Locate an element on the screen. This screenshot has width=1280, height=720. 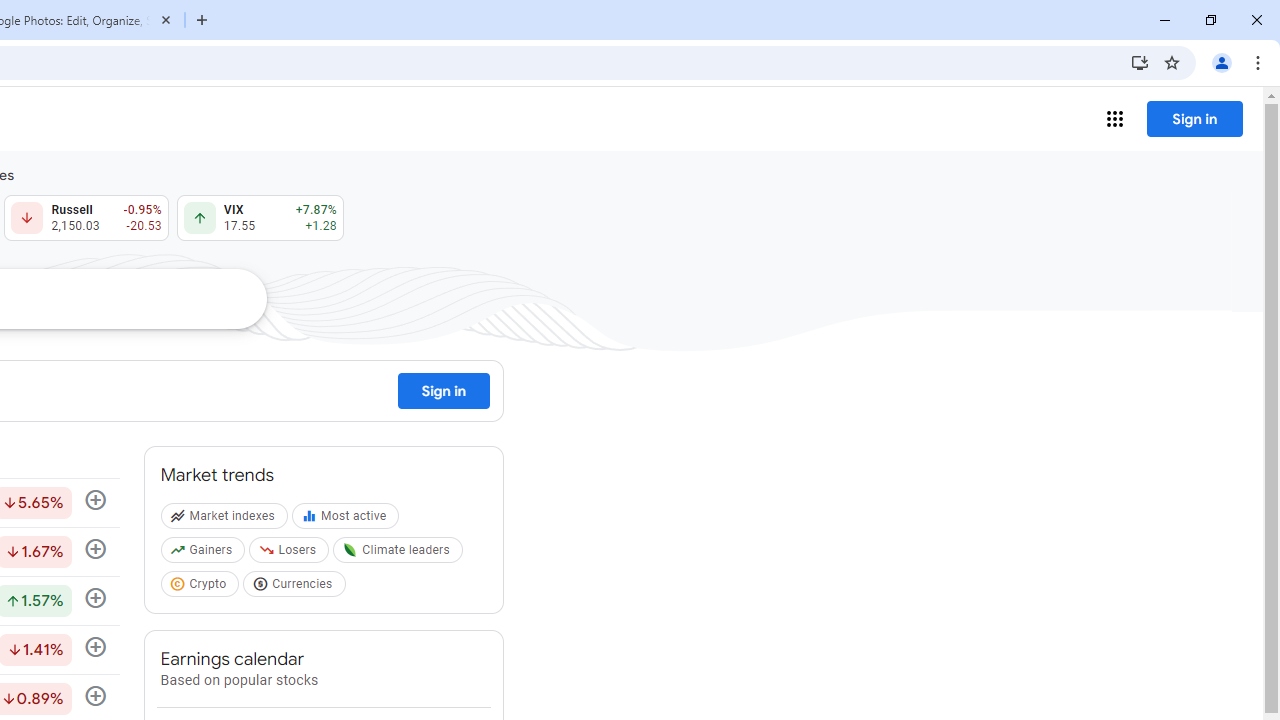
'Install Google Finance' is located at coordinates (1139, 61).